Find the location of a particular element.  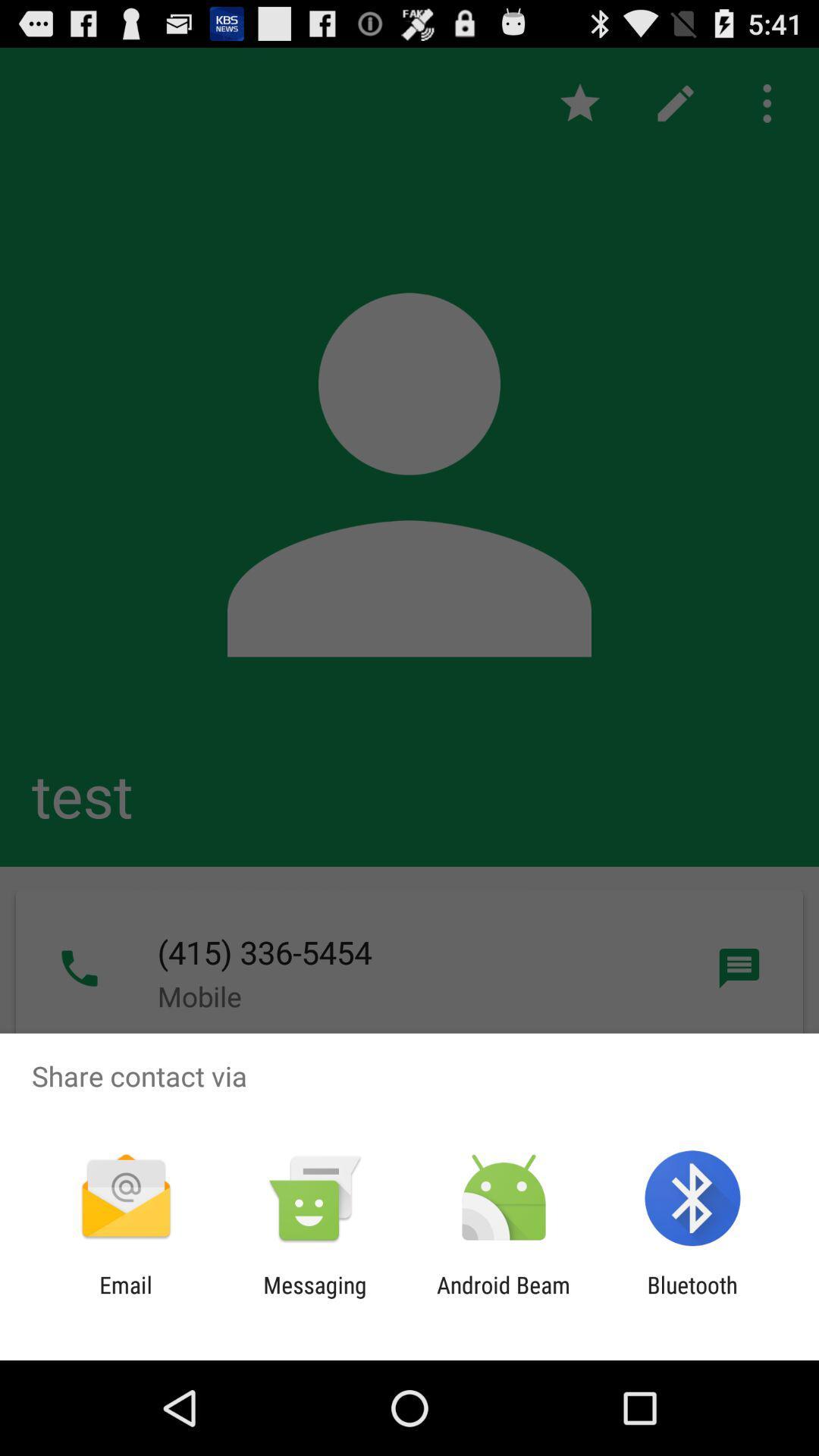

the app to the right of messaging item is located at coordinates (504, 1298).